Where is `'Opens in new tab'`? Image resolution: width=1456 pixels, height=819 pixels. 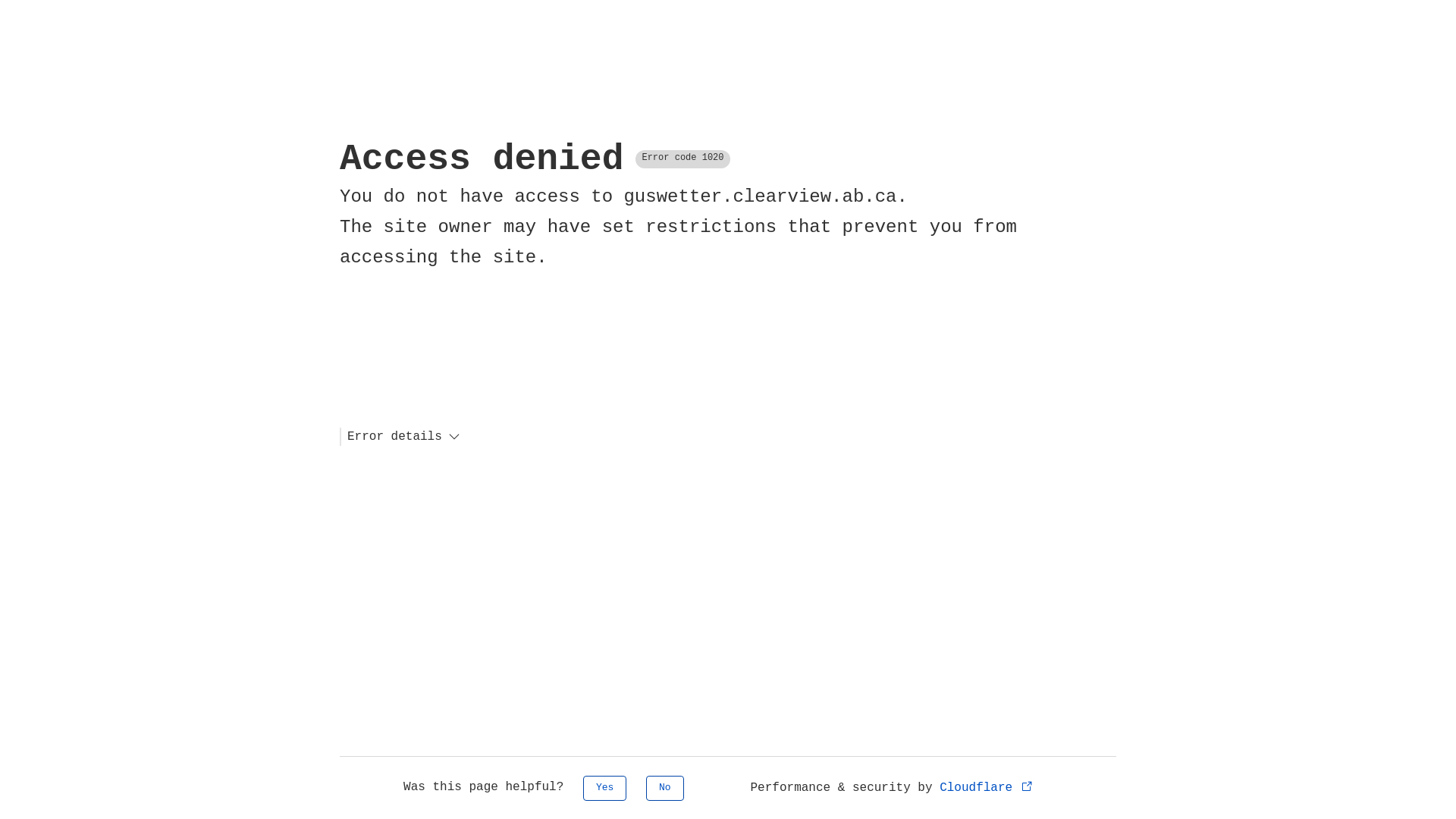 'Opens in new tab' is located at coordinates (1027, 785).